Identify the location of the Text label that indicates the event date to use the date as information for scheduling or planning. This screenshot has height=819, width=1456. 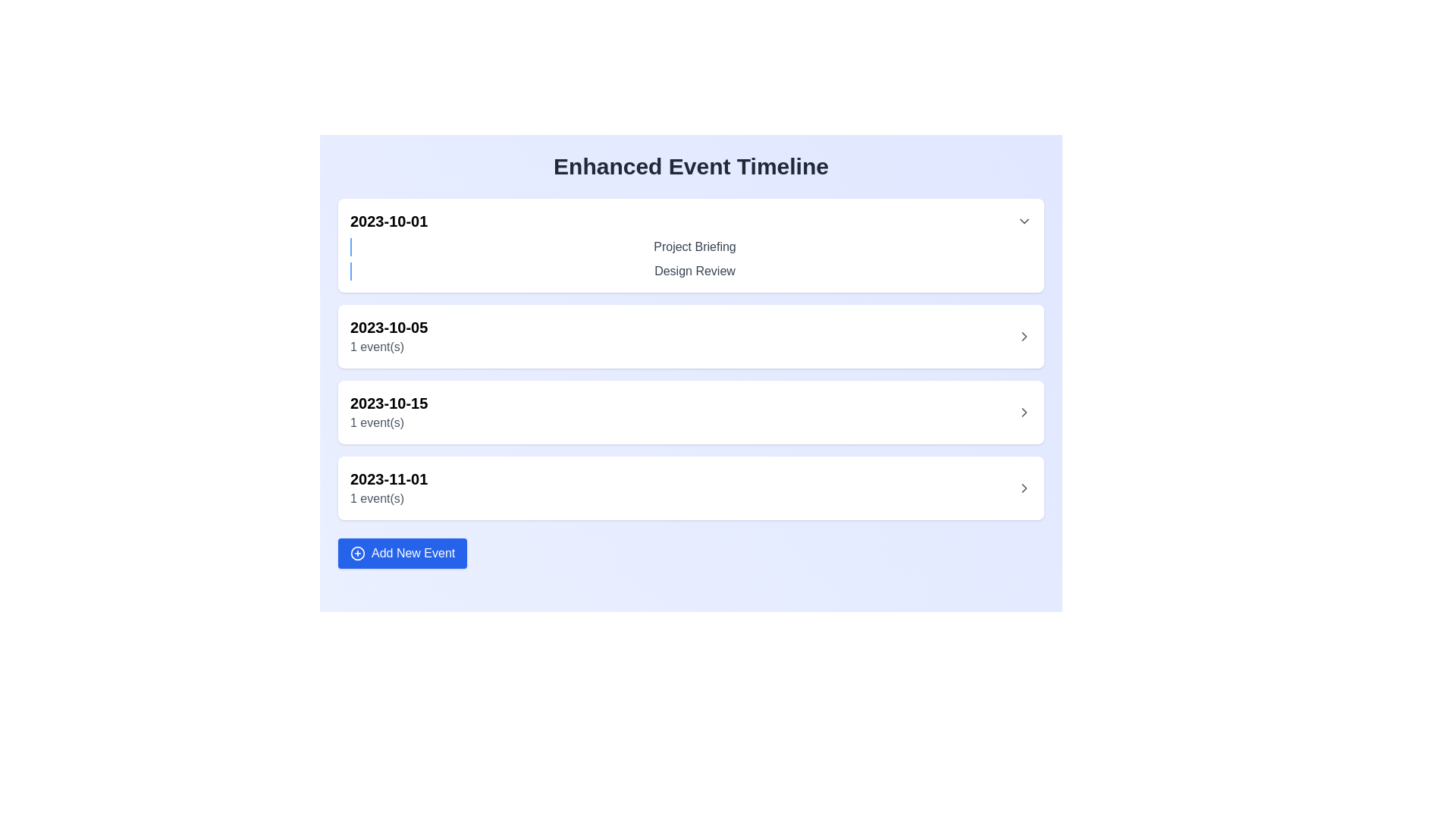
(389, 479).